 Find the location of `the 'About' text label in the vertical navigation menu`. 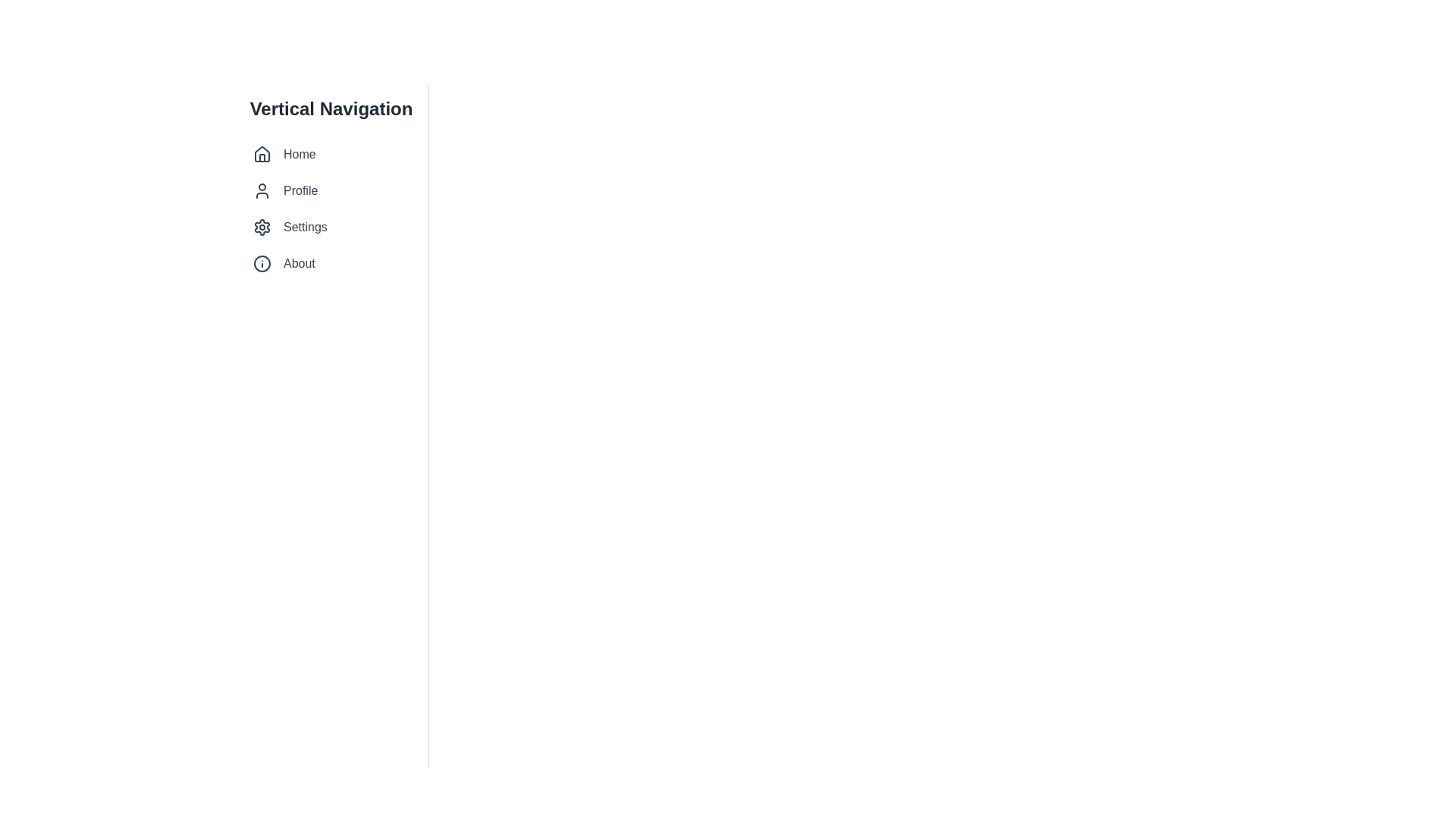

the 'About' text label in the vertical navigation menu is located at coordinates (299, 262).